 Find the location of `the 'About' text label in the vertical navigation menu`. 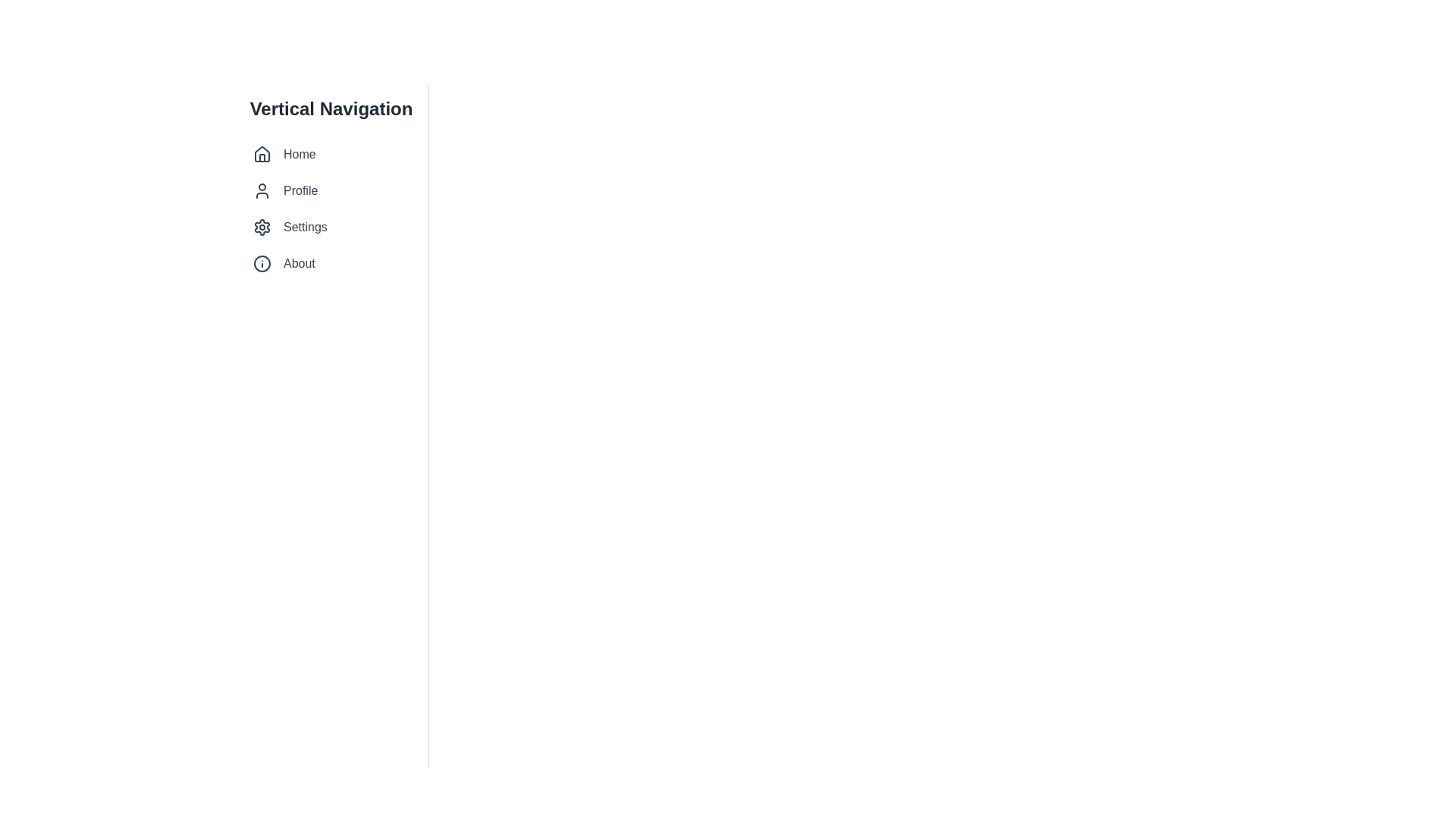

the 'About' text label in the vertical navigation menu is located at coordinates (299, 262).